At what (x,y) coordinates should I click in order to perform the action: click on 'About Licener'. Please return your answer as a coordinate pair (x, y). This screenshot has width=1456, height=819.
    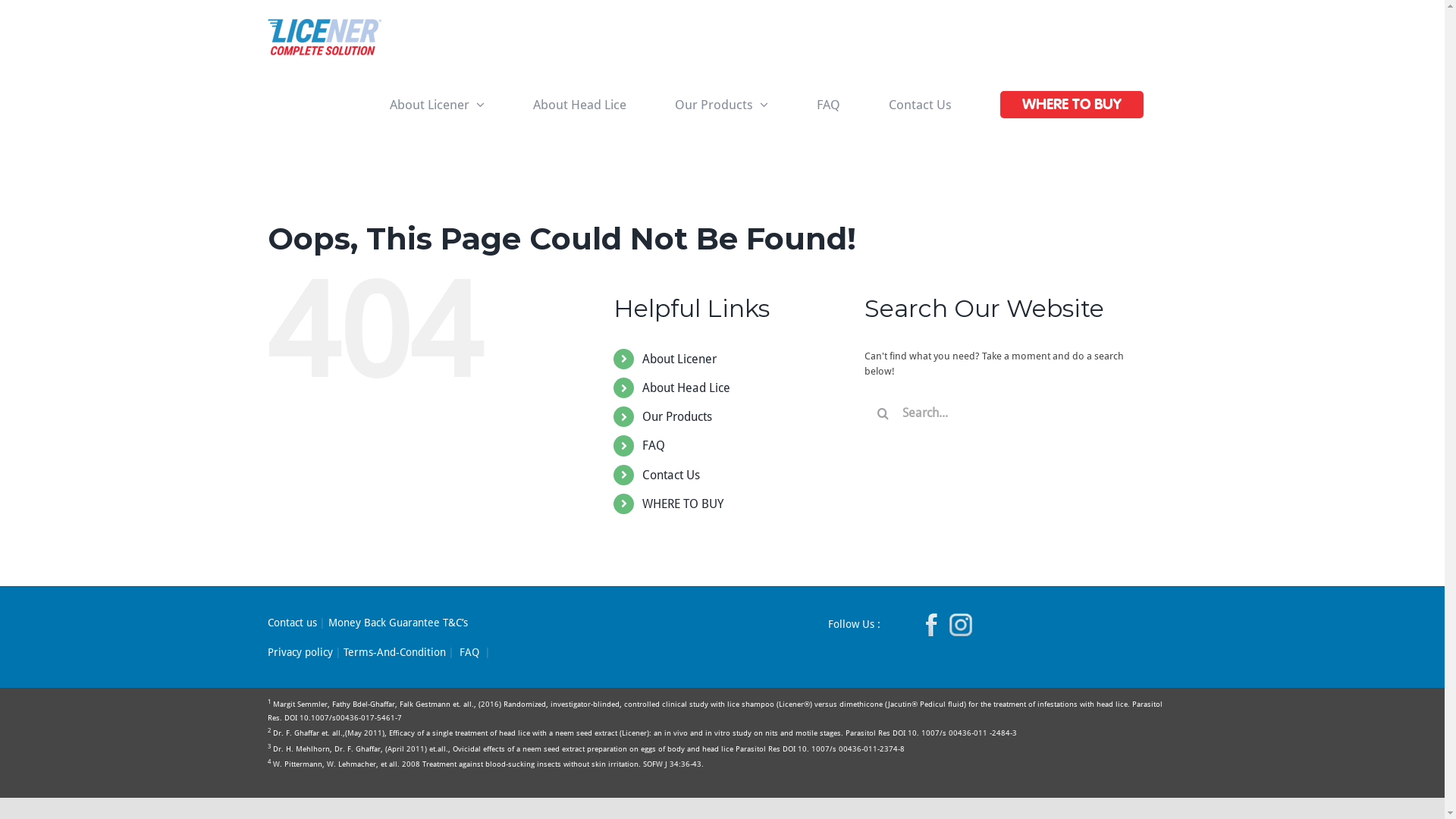
    Looking at the image, I should click on (679, 359).